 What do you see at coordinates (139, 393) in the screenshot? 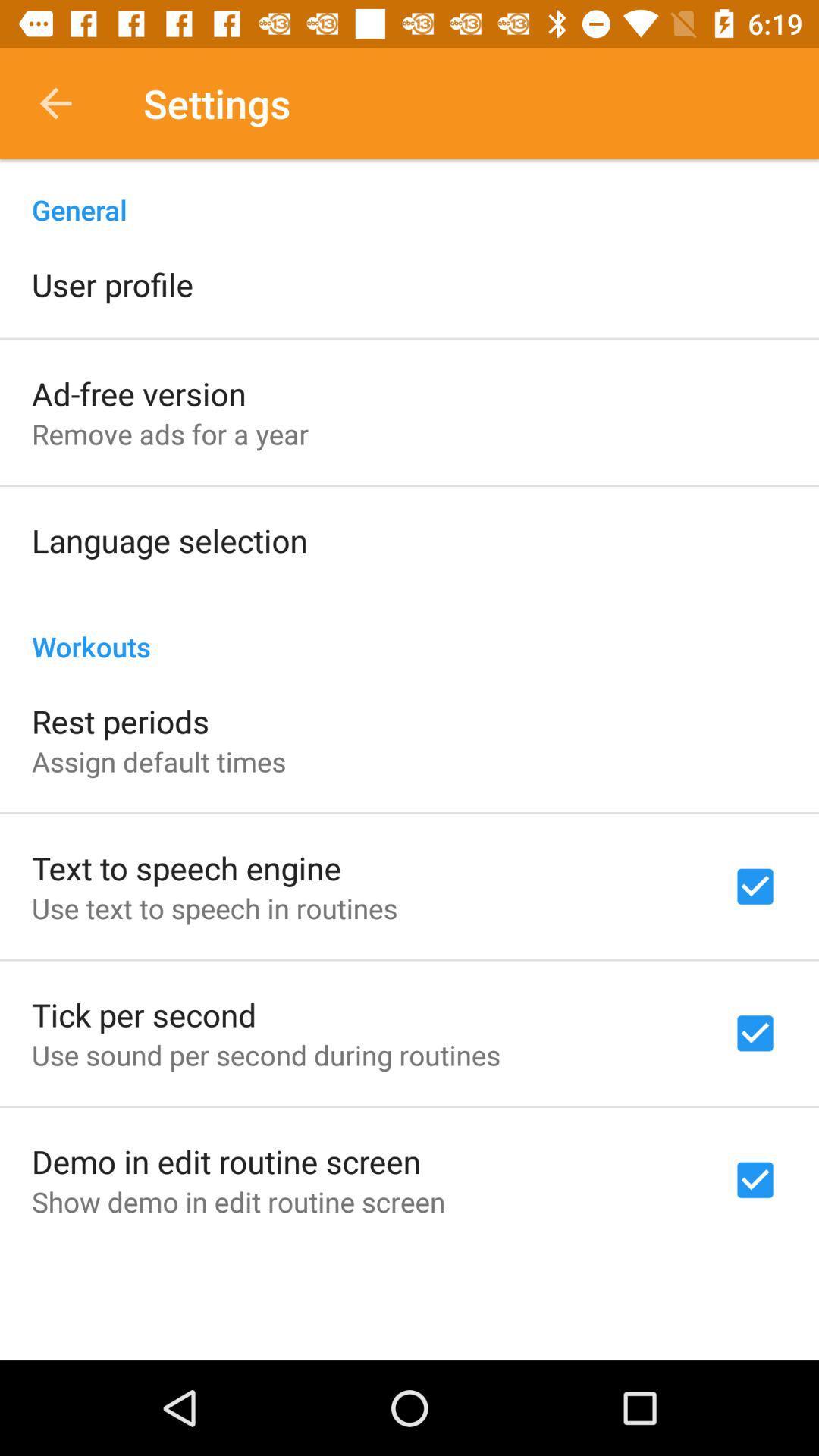
I see `the ad-free version icon` at bounding box center [139, 393].